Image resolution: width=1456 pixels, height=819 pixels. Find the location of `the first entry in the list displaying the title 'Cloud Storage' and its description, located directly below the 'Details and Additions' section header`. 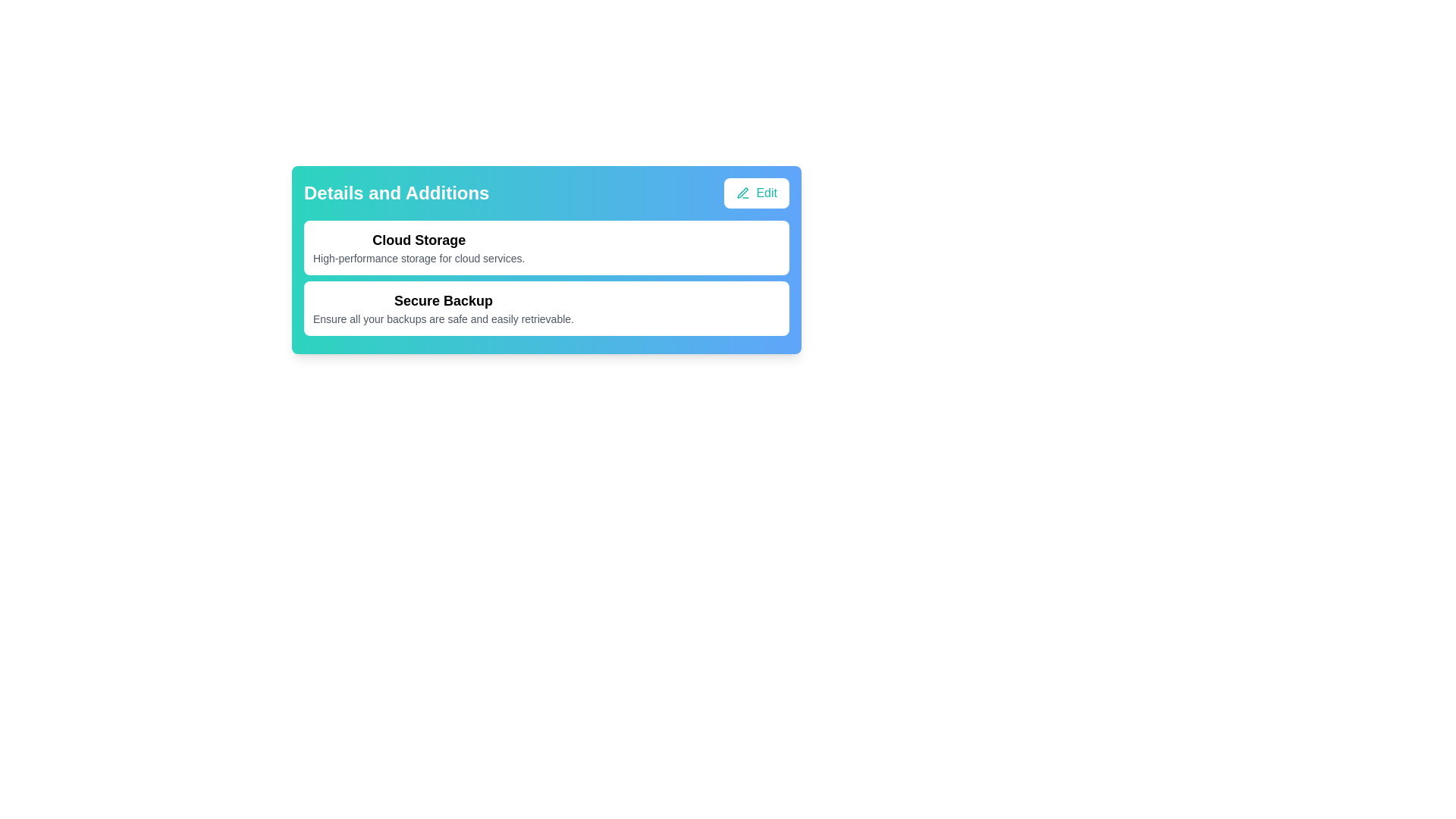

the first entry in the list displaying the title 'Cloud Storage' and its description, located directly below the 'Details and Additions' section header is located at coordinates (419, 247).